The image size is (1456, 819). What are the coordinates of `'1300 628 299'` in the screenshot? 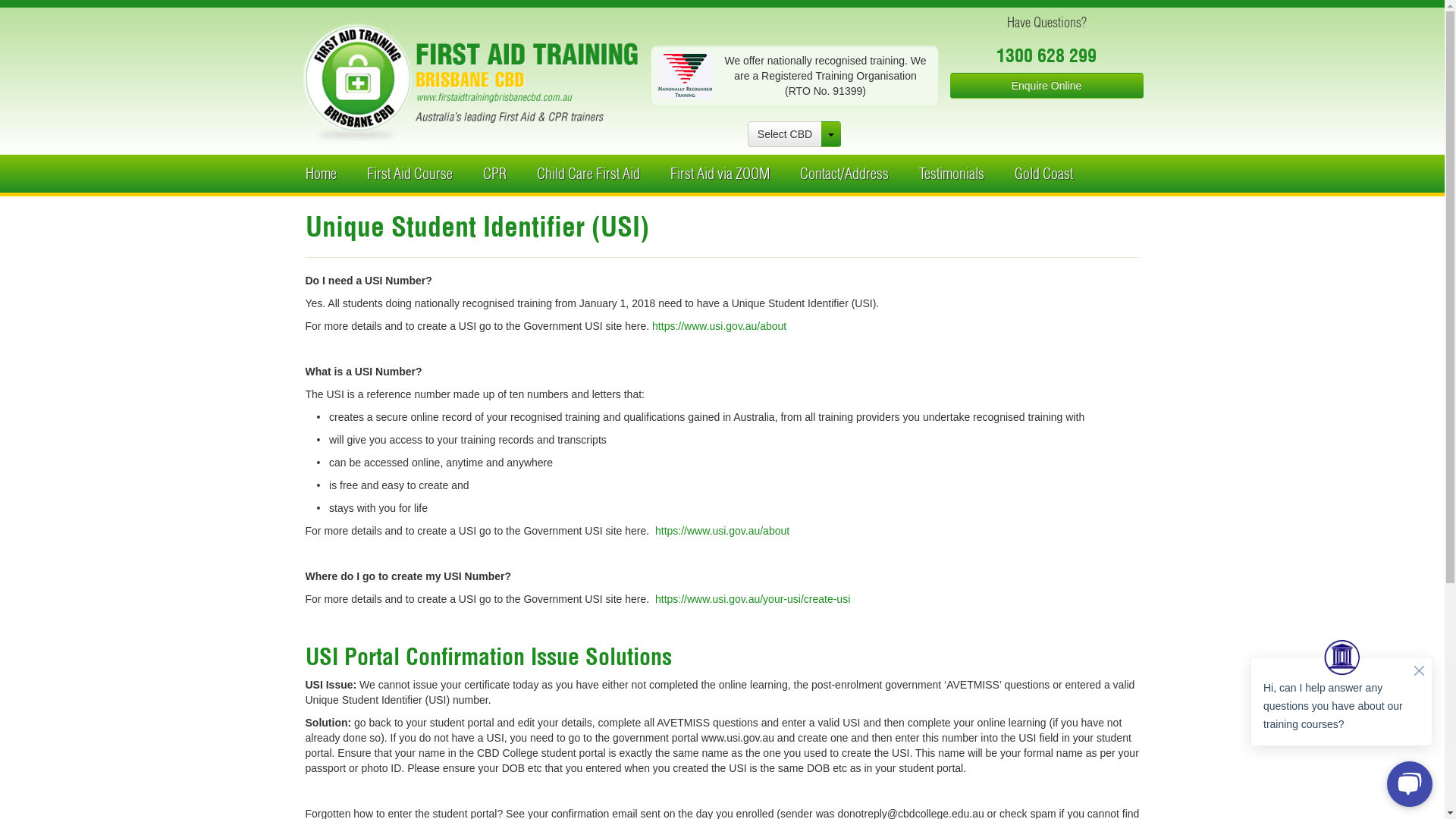 It's located at (1046, 55).